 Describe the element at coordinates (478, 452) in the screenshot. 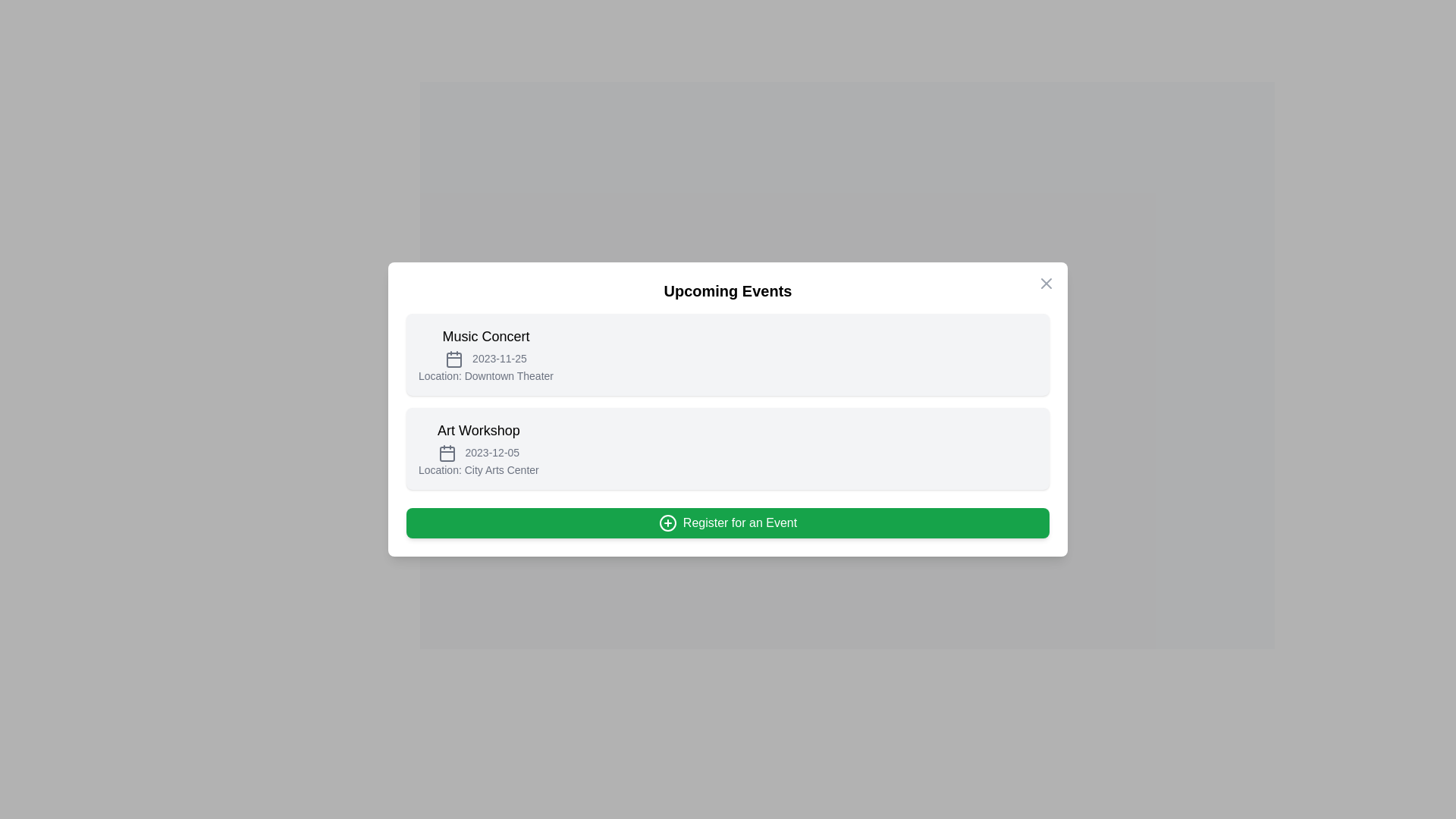

I see `date displayed in the text element located below the 'Art Workshop' title and above the 'Location: City Arts Center' text` at that location.